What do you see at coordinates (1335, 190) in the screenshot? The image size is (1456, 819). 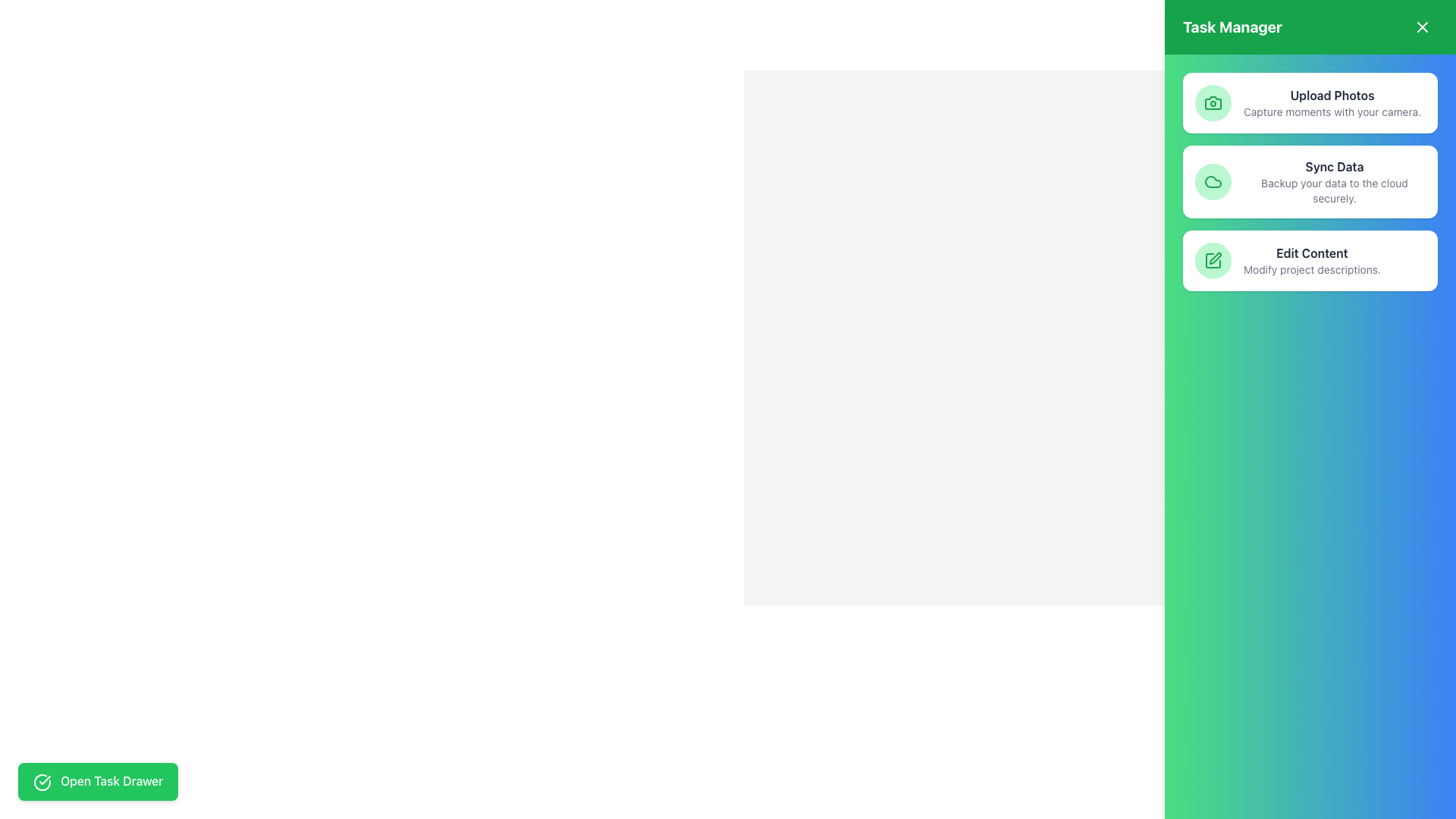 I see `descriptive text label located beneath the 'Sync Data' heading in the sidebar, which provides additional context about the function of syncing data` at bounding box center [1335, 190].